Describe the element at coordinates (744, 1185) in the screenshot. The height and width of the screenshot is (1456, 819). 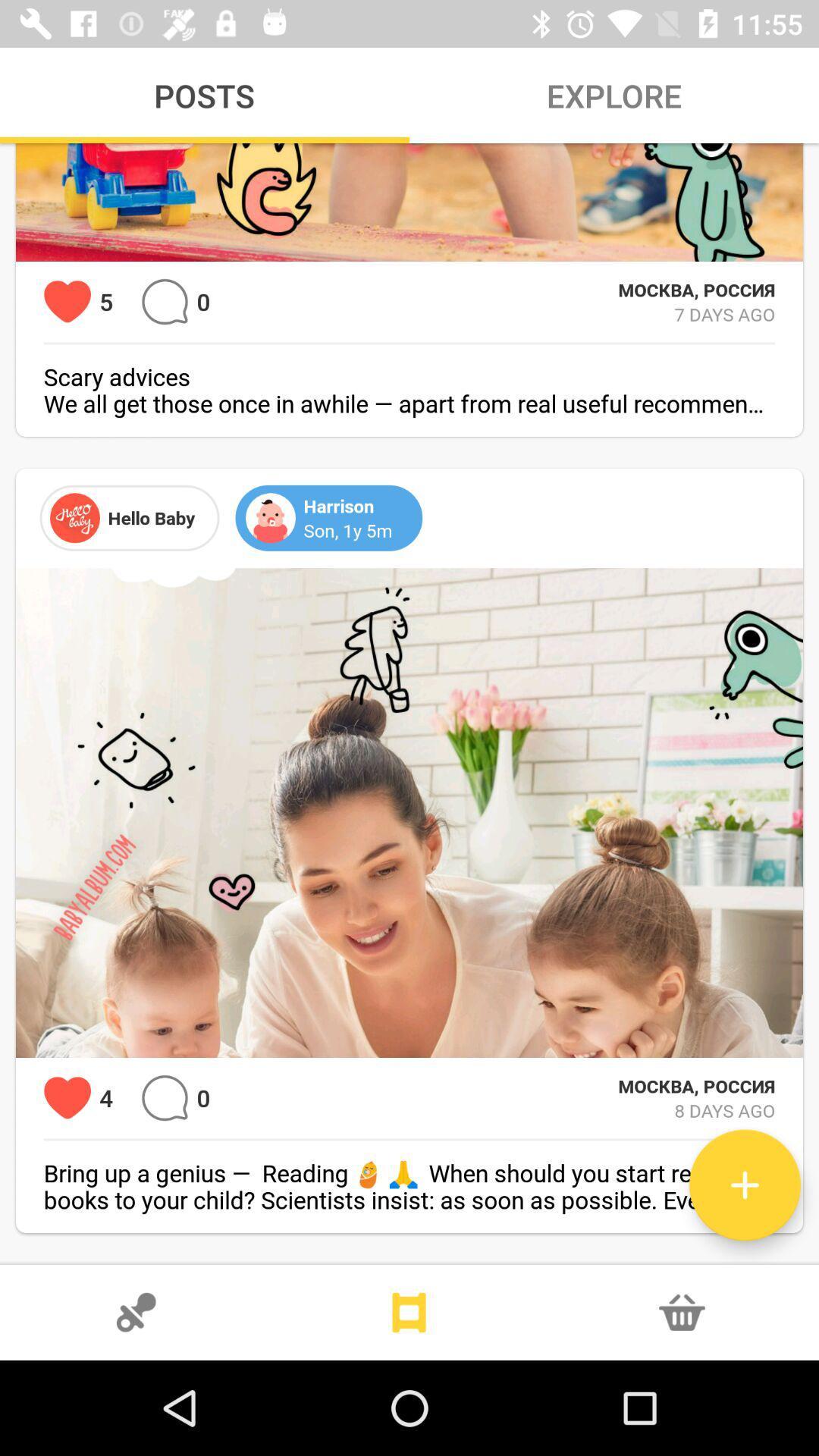
I see `extra upload button` at that location.